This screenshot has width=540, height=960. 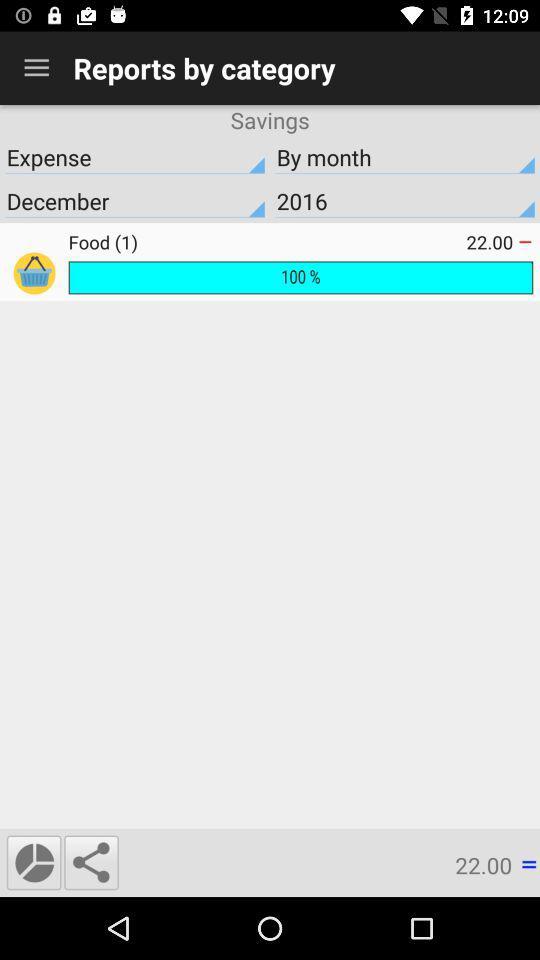 What do you see at coordinates (405, 201) in the screenshot?
I see `the item above food (1) icon` at bounding box center [405, 201].